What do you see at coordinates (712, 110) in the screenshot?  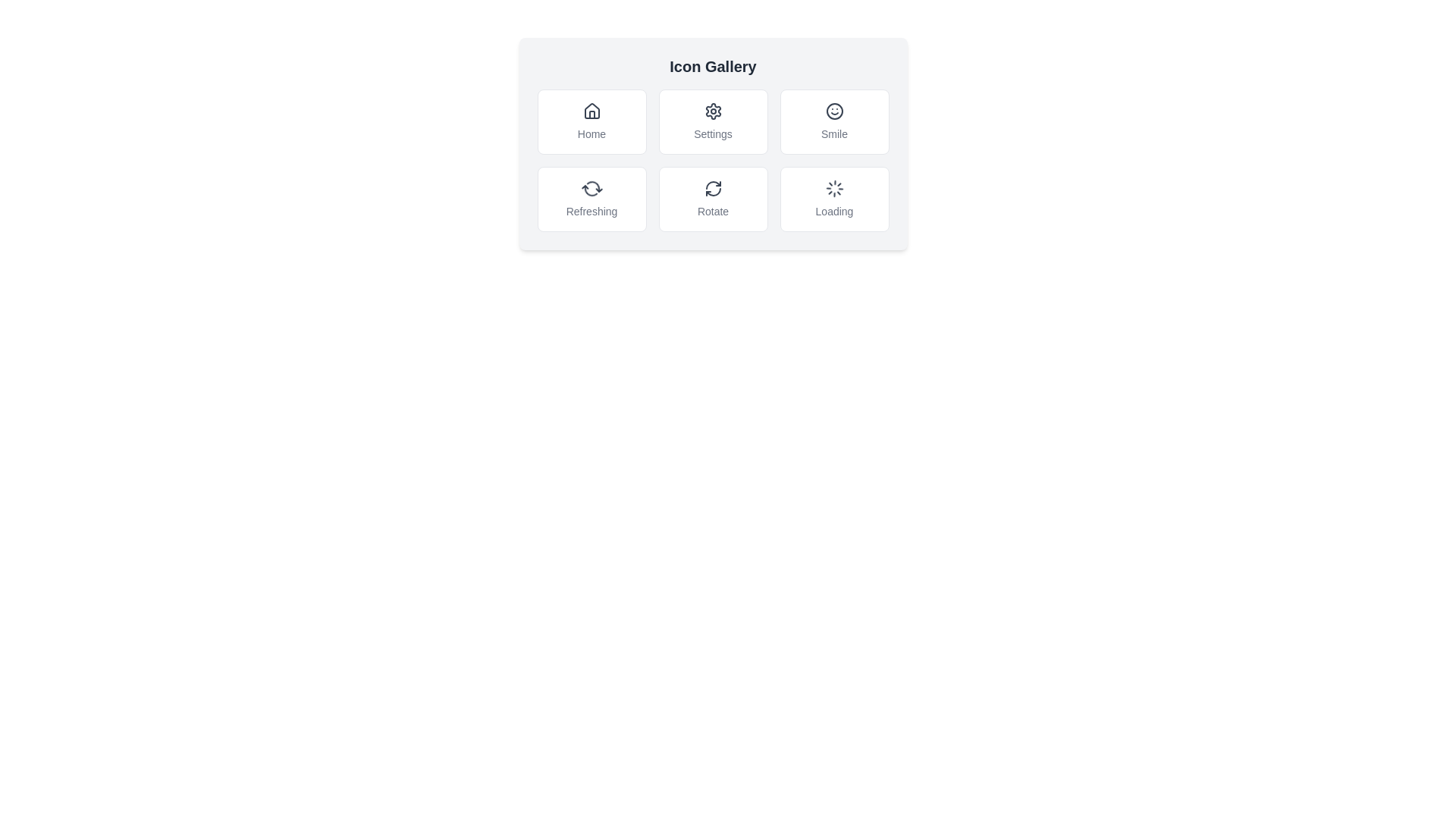 I see `the centered settings icon located beneath the 'Icon Gallery' heading, which visually represents a settings feature` at bounding box center [712, 110].